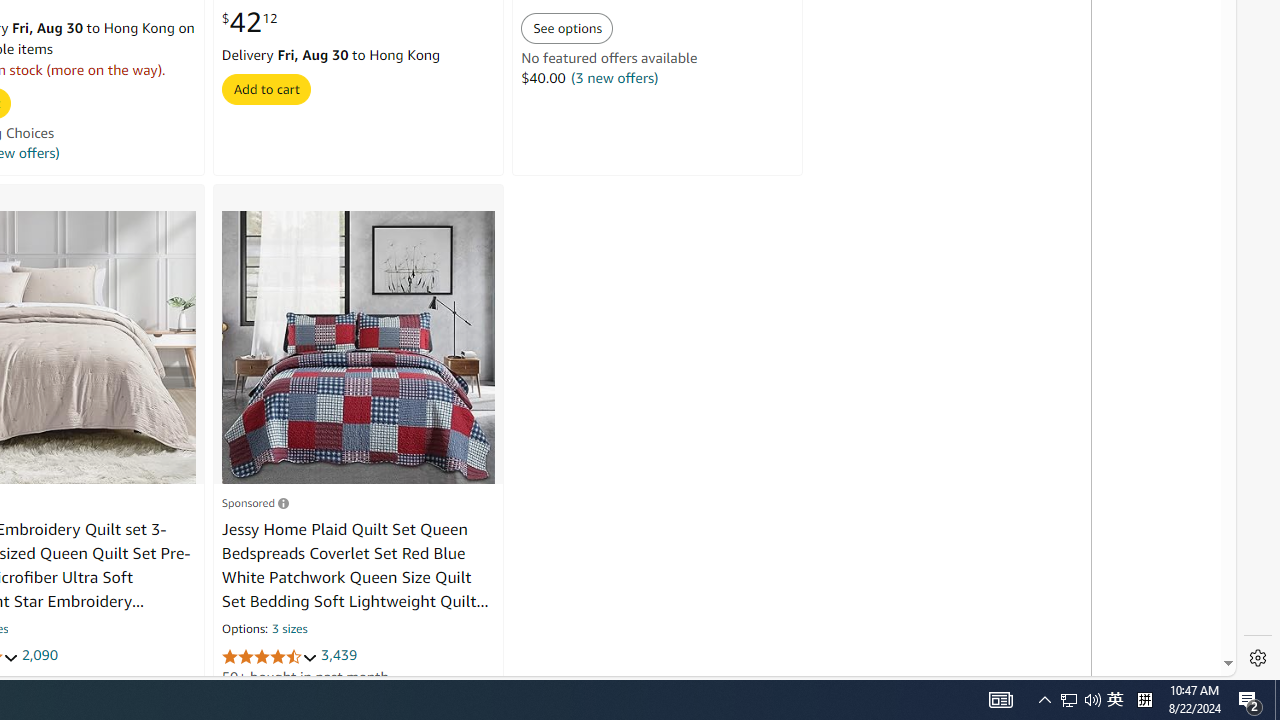 The image size is (1280, 720). What do you see at coordinates (39, 655) in the screenshot?
I see `'2,090'` at bounding box center [39, 655].